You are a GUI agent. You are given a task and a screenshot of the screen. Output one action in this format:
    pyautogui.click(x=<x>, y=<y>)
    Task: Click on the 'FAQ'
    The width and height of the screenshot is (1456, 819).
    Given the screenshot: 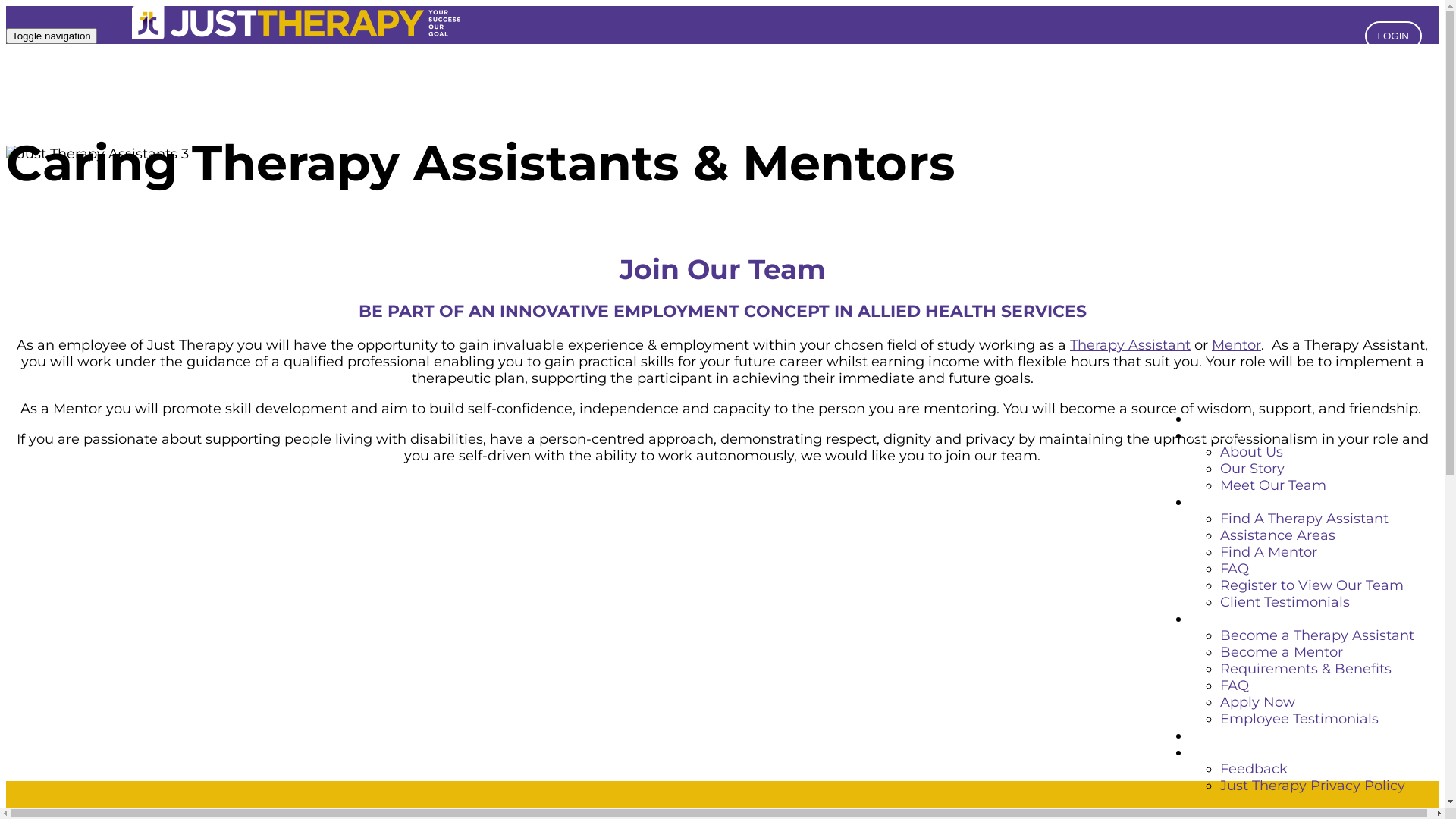 What is the action you would take?
    pyautogui.click(x=1219, y=568)
    